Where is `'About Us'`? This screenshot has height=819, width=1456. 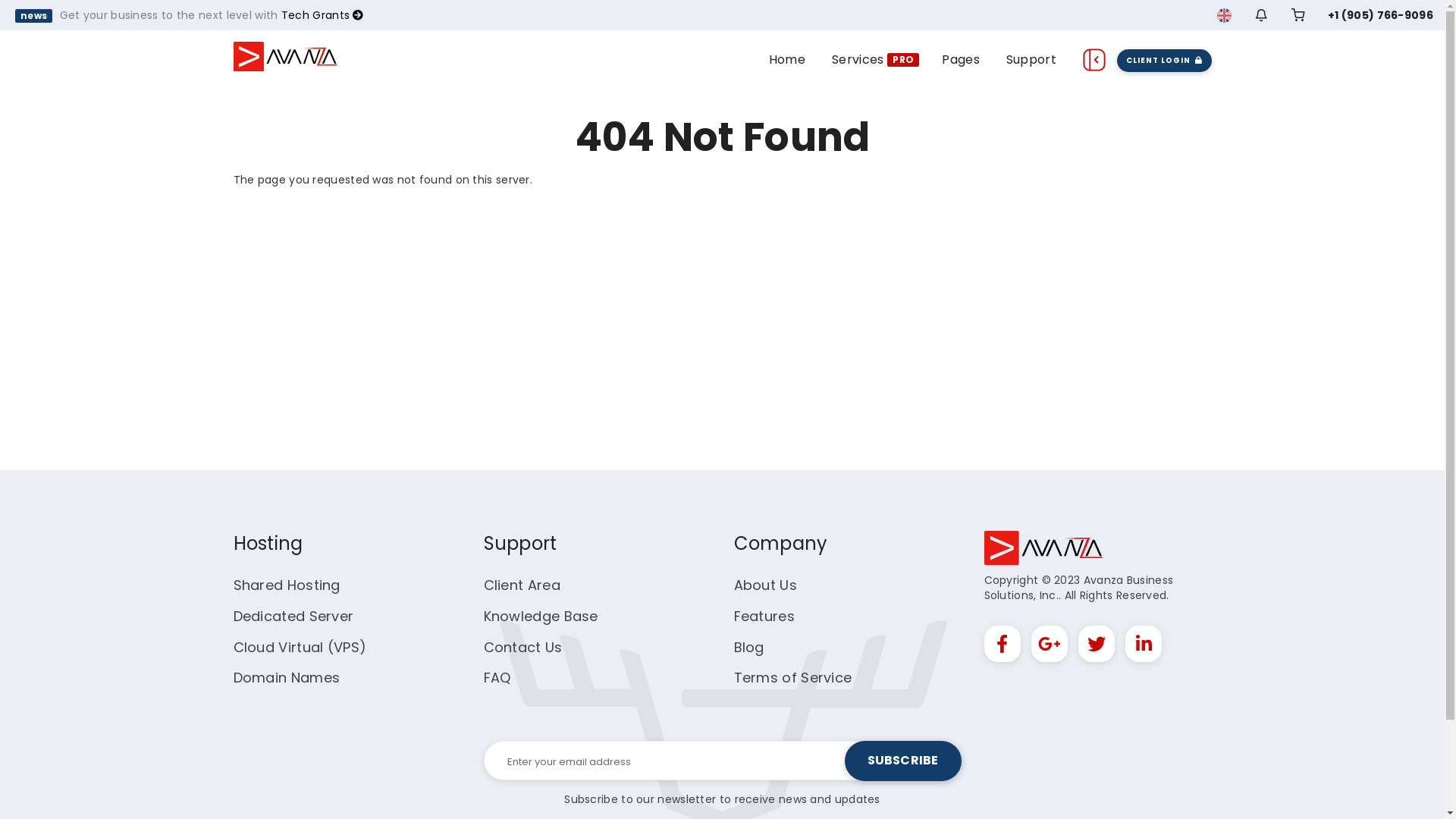 'About Us' is located at coordinates (765, 584).